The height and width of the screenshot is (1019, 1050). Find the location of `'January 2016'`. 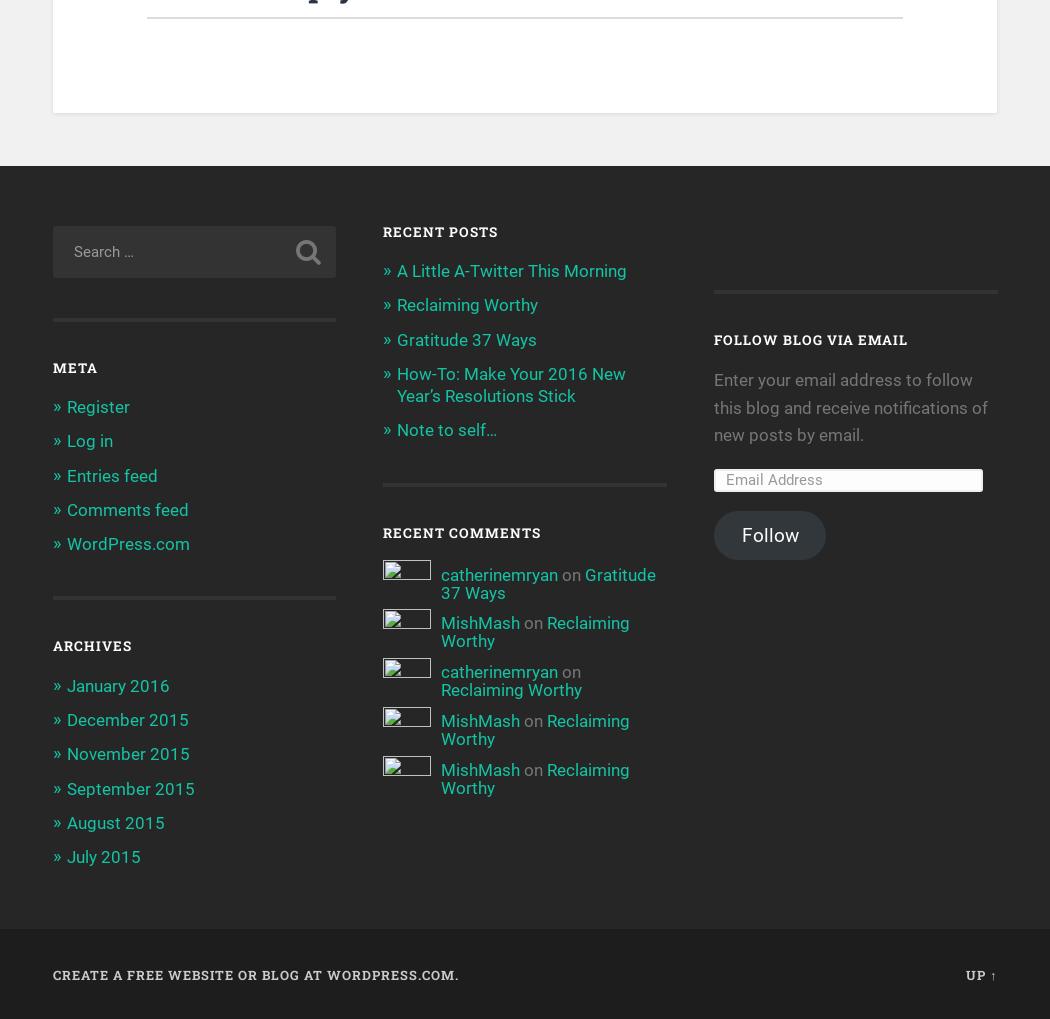

'January 2016' is located at coordinates (116, 683).